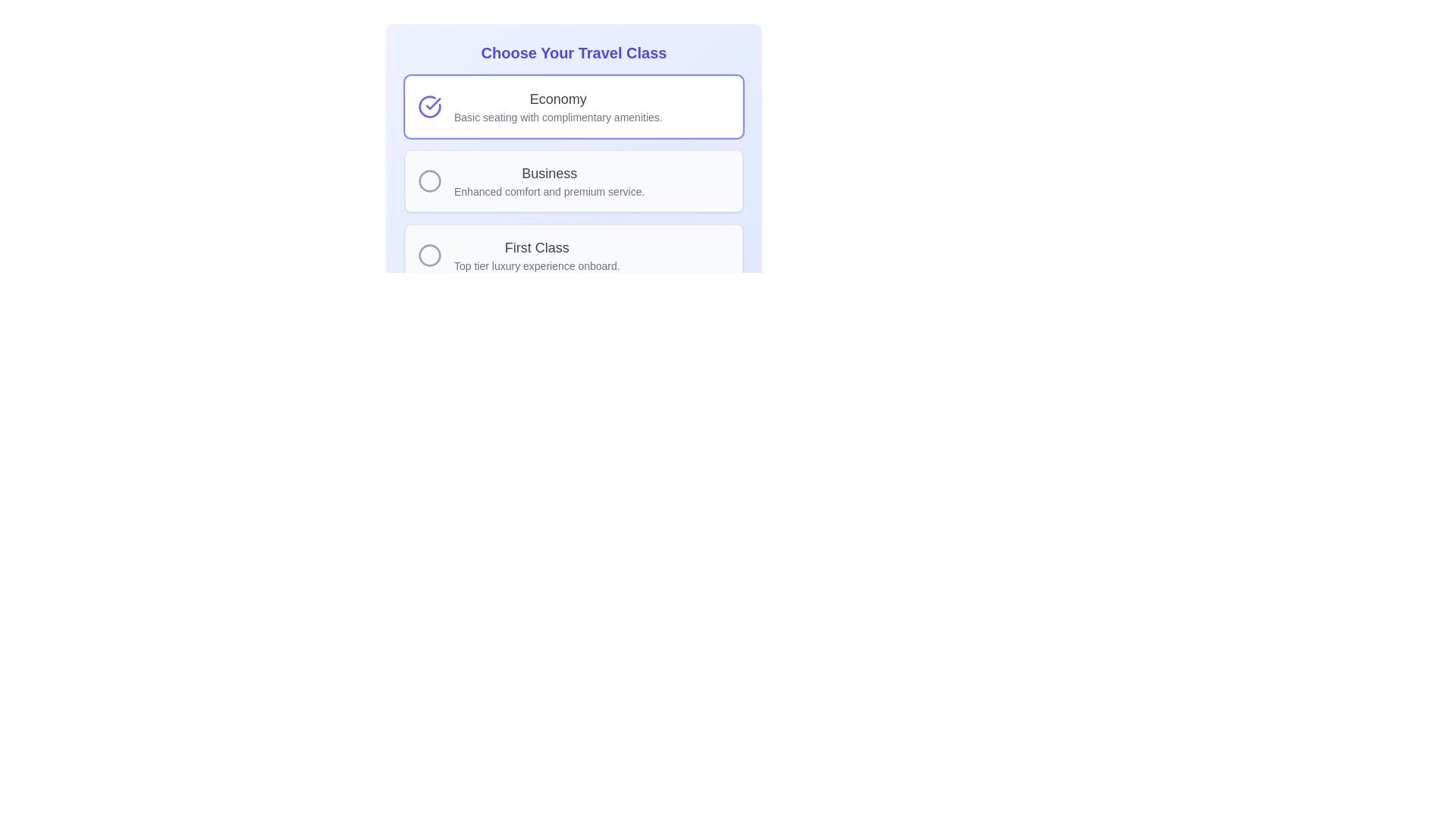  I want to click on the confirmatory icon for the 'Economy' option in the travel class selection interface, which is located to the left of the labels 'Economy' and 'Basic seating with complimentary amenities.', so click(435, 106).